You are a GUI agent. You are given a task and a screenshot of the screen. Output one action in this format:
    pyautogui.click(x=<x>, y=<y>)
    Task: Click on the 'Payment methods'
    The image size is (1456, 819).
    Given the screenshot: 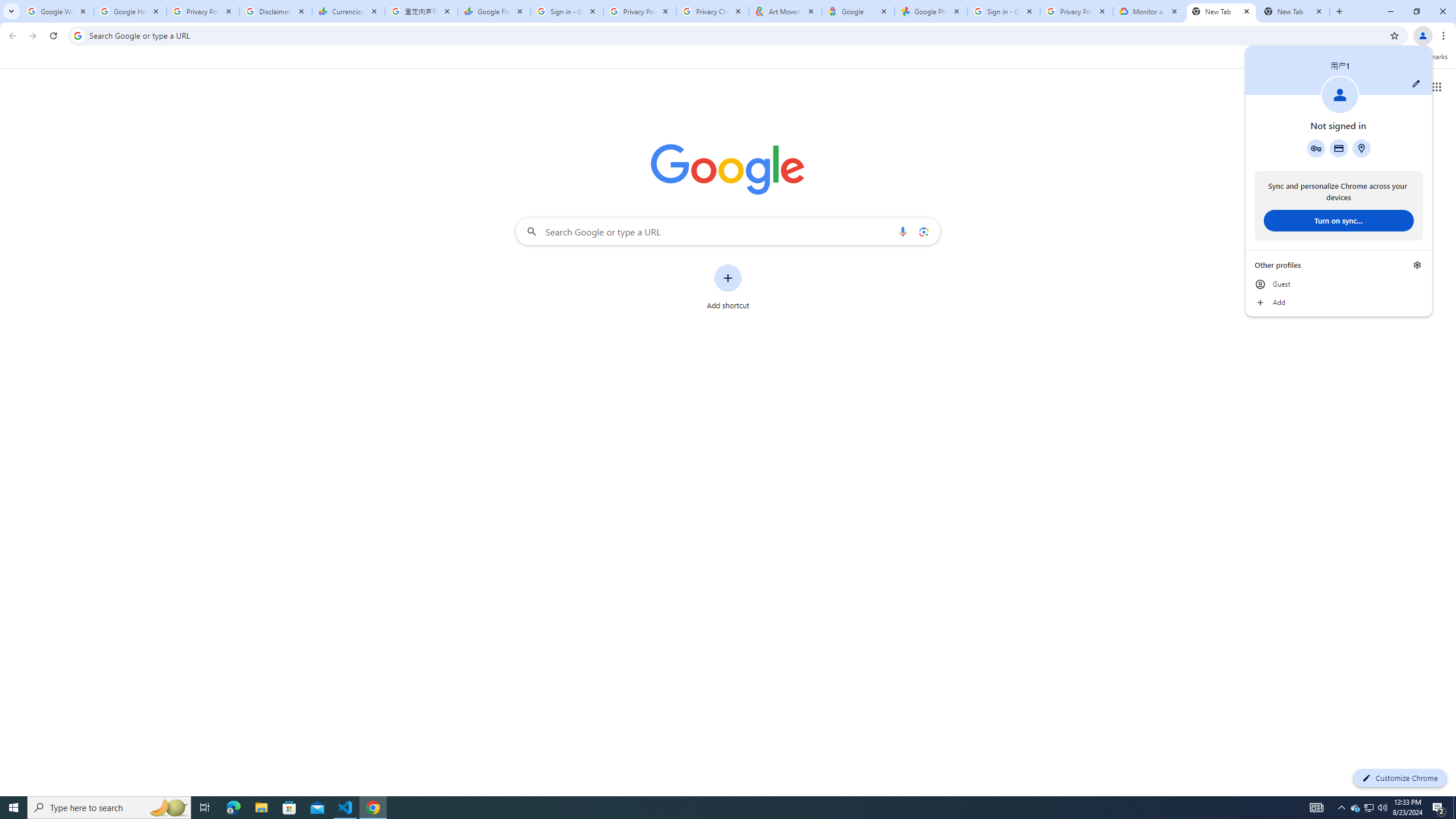 What is the action you would take?
    pyautogui.click(x=1338, y=148)
    